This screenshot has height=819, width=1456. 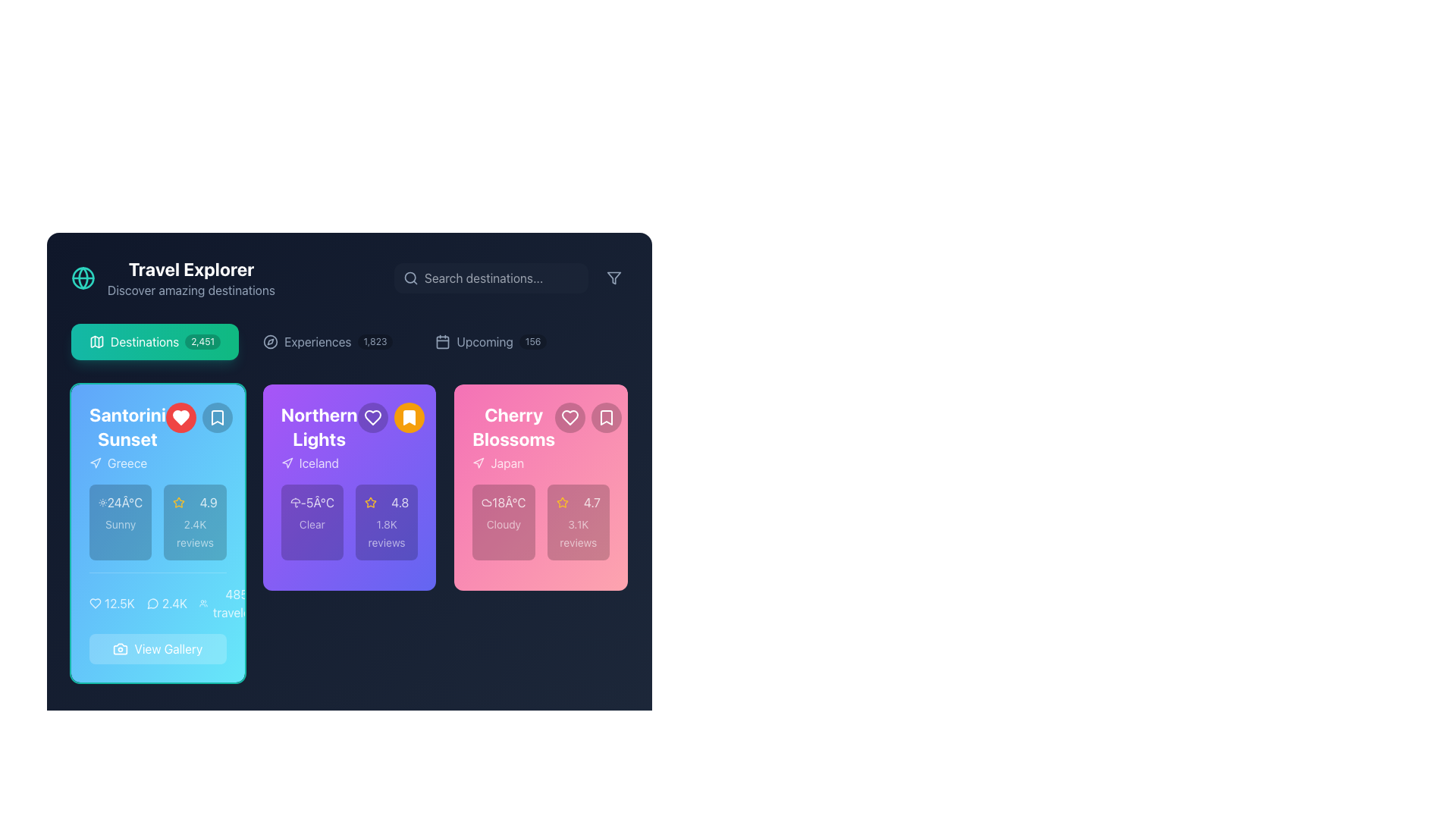 I want to click on the 'View Gallery' button located at the bottom center of the 'Santorini Sunset' card, so click(x=158, y=618).